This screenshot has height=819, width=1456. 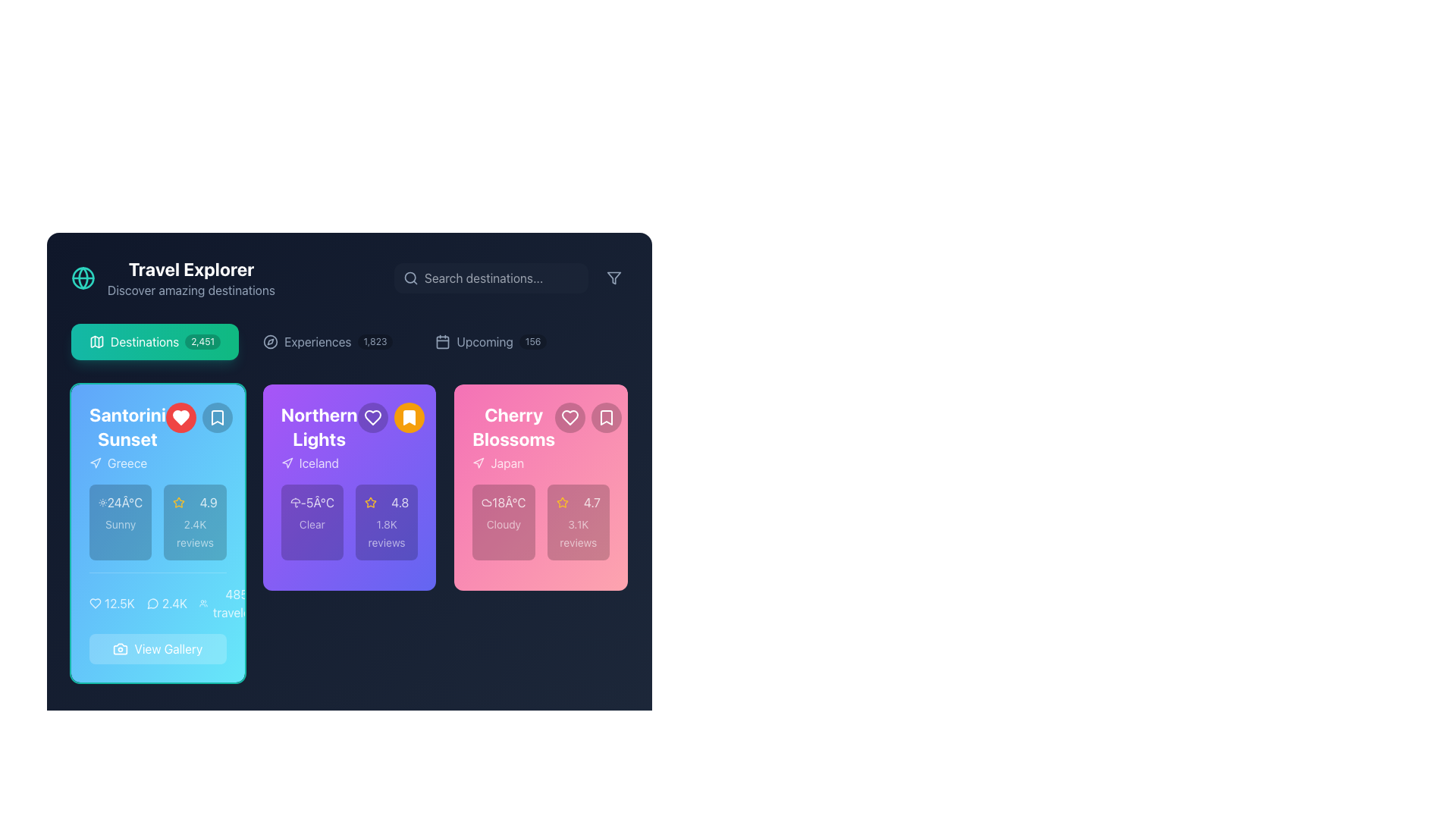 I want to click on the 'View Gallery' button located at the bottom center of the 'Santorini Sunset' card, so click(x=158, y=618).